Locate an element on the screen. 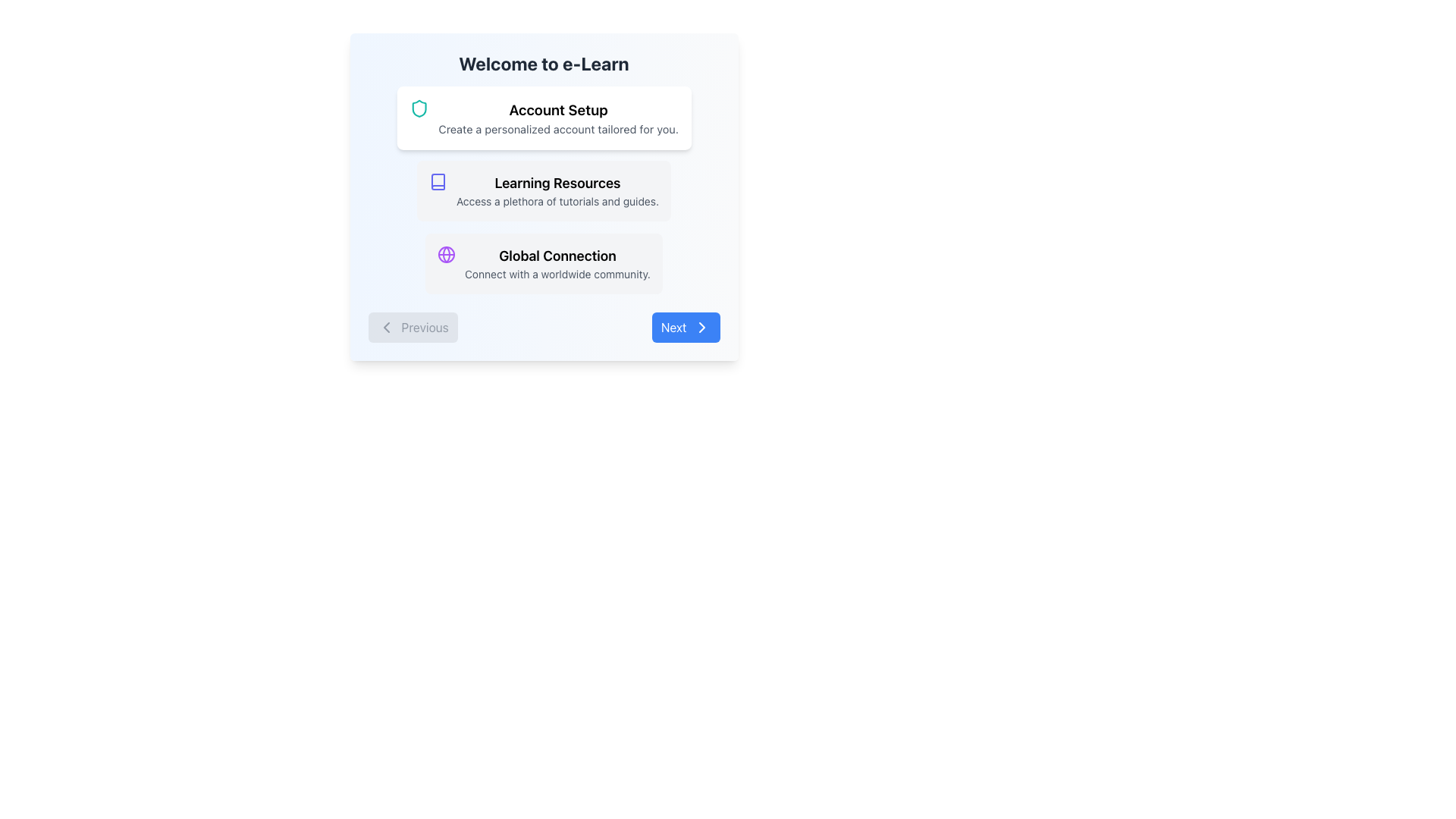  the disabled navigation button located at the bottom-left corner of the interface, which is positioned to the left of the blue 'Next' button is located at coordinates (413, 327).